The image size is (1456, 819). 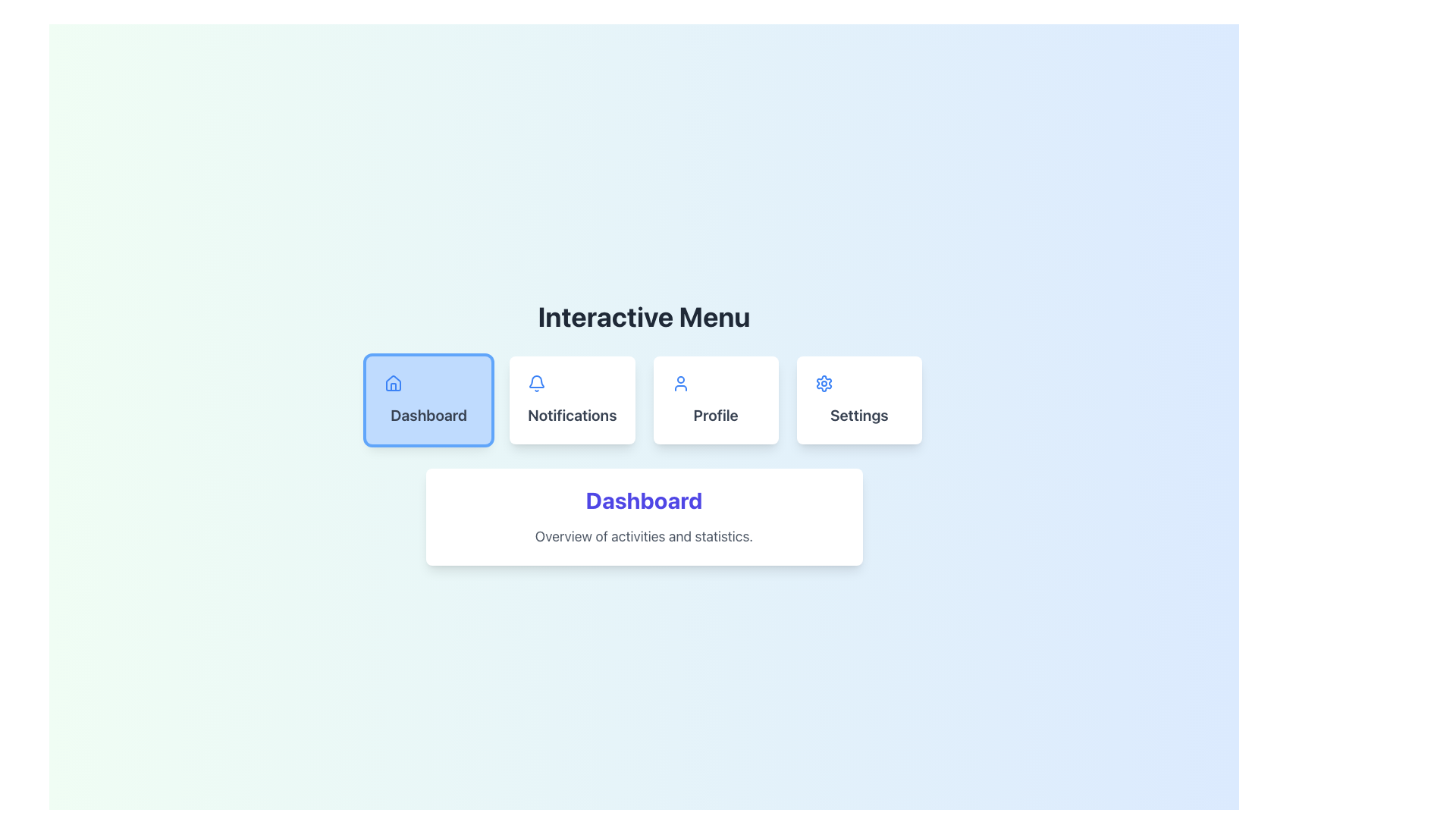 I want to click on the text label that describes the function of the 'Dashboard' option in the interactive menu, located in the first interactive card below the house-shaped icon, so click(x=428, y=415).